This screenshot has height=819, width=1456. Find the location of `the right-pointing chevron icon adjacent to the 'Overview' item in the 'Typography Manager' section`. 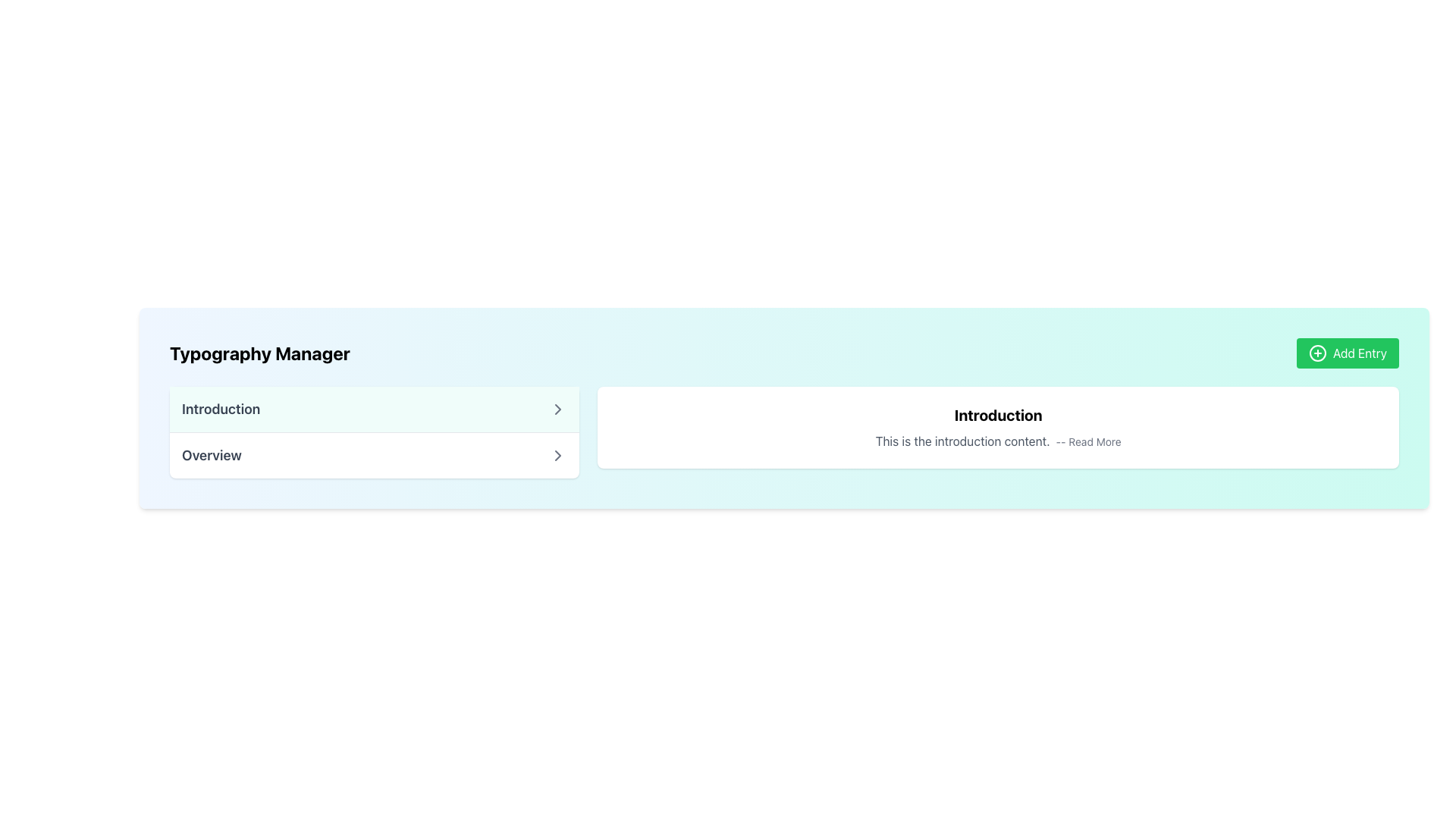

the right-pointing chevron icon adjacent to the 'Overview' item in the 'Typography Manager' section is located at coordinates (557, 455).